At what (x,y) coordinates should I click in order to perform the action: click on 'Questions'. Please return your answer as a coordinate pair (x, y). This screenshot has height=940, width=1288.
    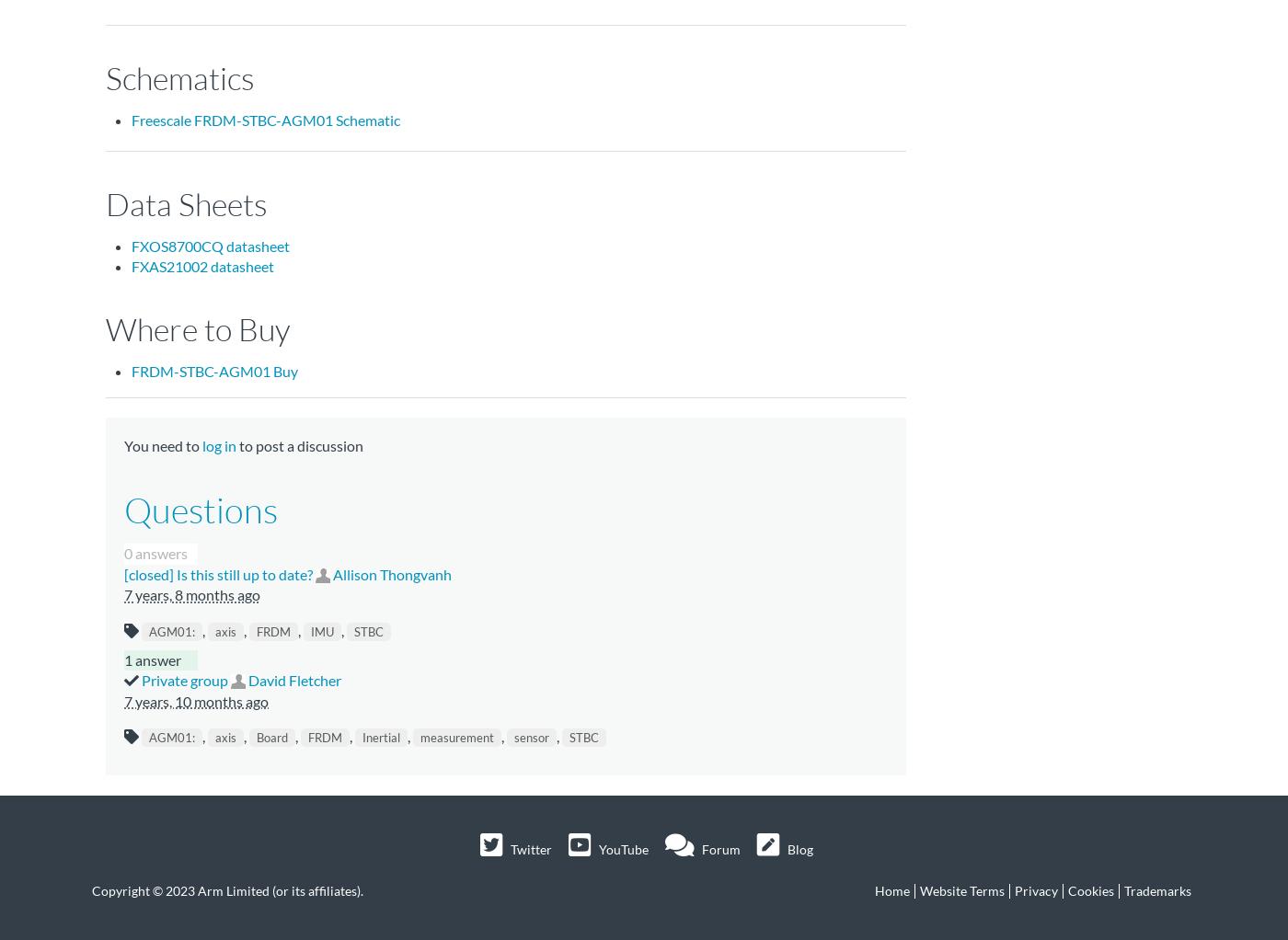
    Looking at the image, I should click on (201, 510).